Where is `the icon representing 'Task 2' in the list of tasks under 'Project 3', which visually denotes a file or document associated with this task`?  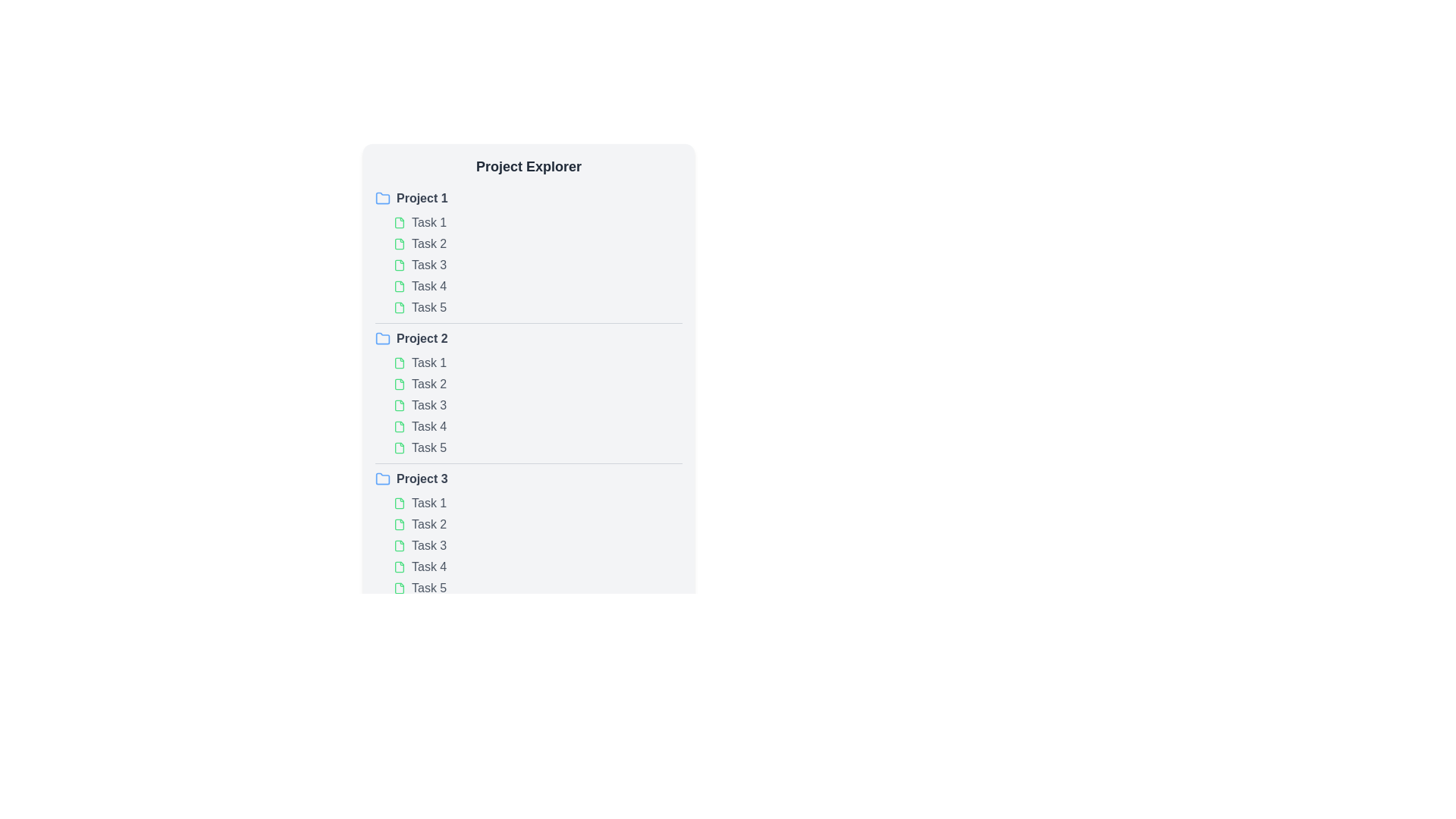 the icon representing 'Task 2' in the list of tasks under 'Project 3', which visually denotes a file or document associated with this task is located at coordinates (400, 523).